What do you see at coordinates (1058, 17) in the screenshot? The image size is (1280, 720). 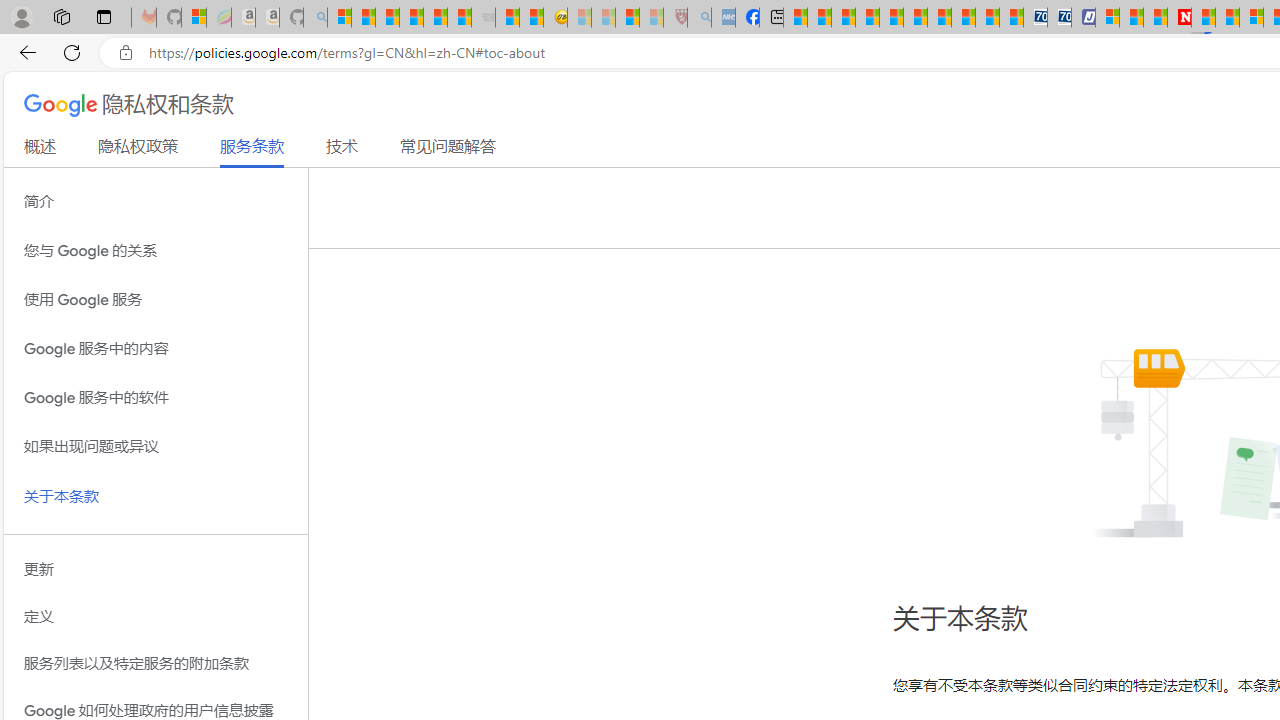 I see `'Cheap Hotels - Save70.com'` at bounding box center [1058, 17].